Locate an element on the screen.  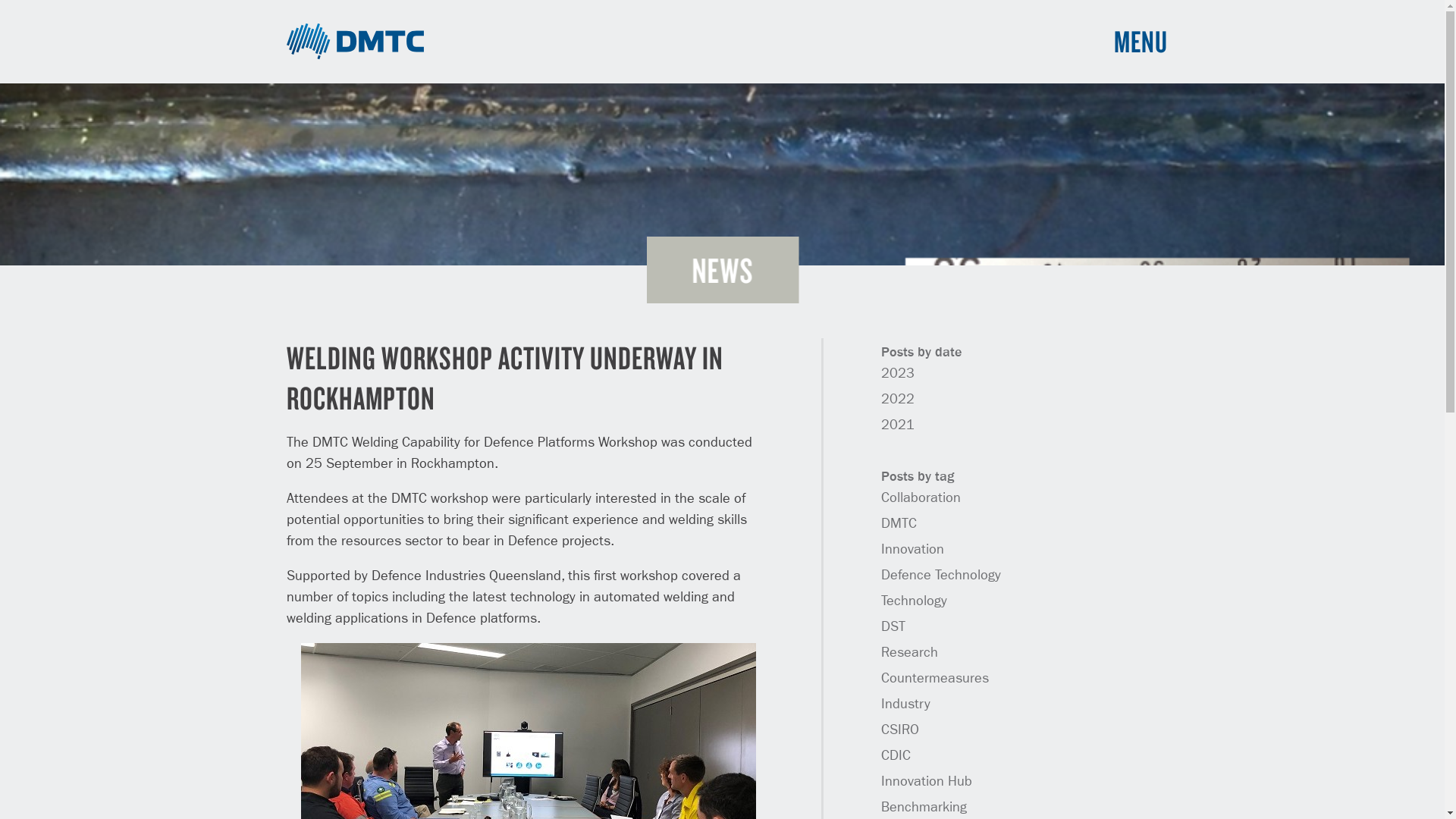
'2023' is located at coordinates (880, 374).